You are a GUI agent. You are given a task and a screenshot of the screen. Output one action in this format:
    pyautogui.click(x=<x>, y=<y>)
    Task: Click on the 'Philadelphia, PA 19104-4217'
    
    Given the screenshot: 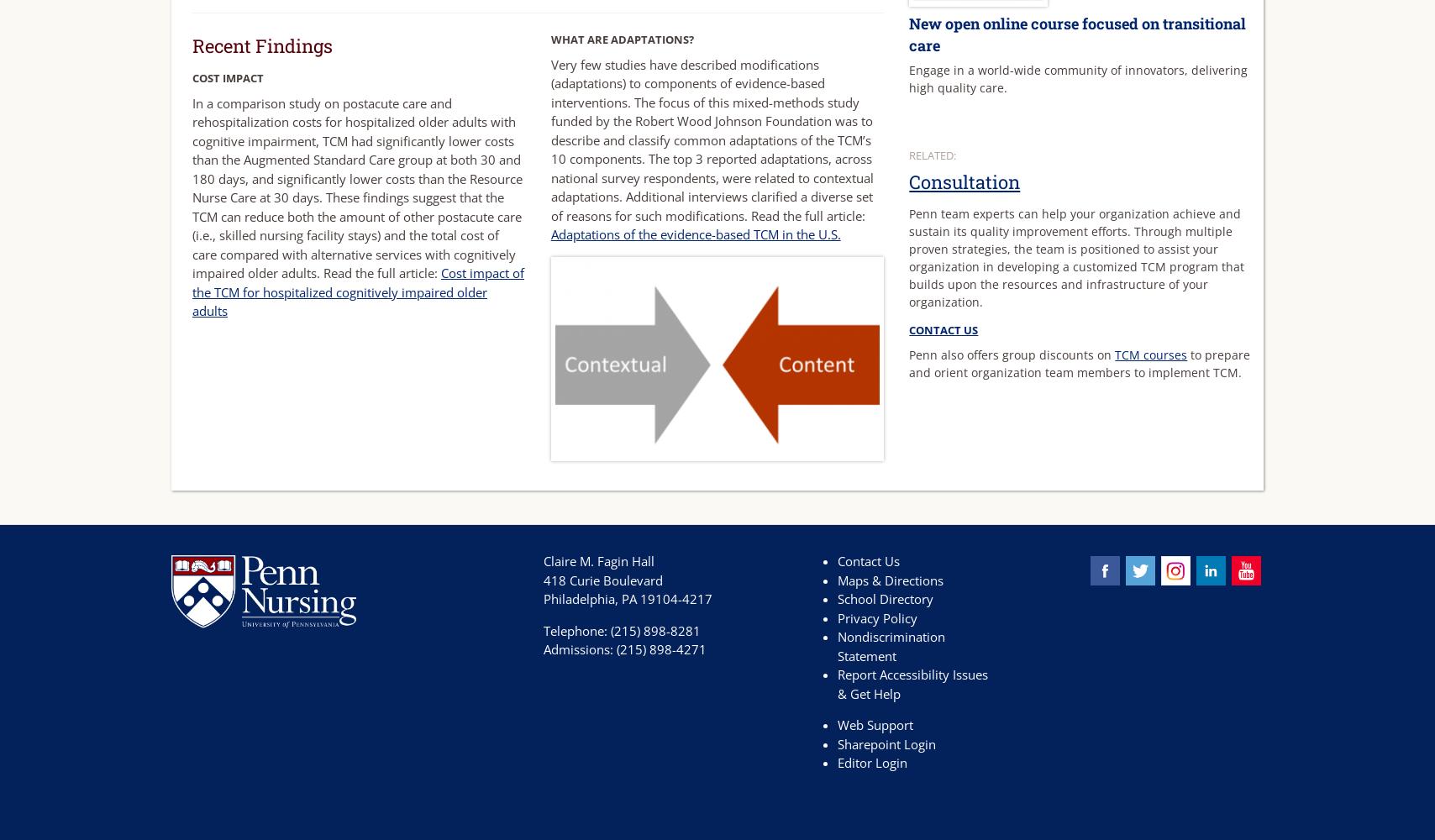 What is the action you would take?
    pyautogui.click(x=628, y=598)
    